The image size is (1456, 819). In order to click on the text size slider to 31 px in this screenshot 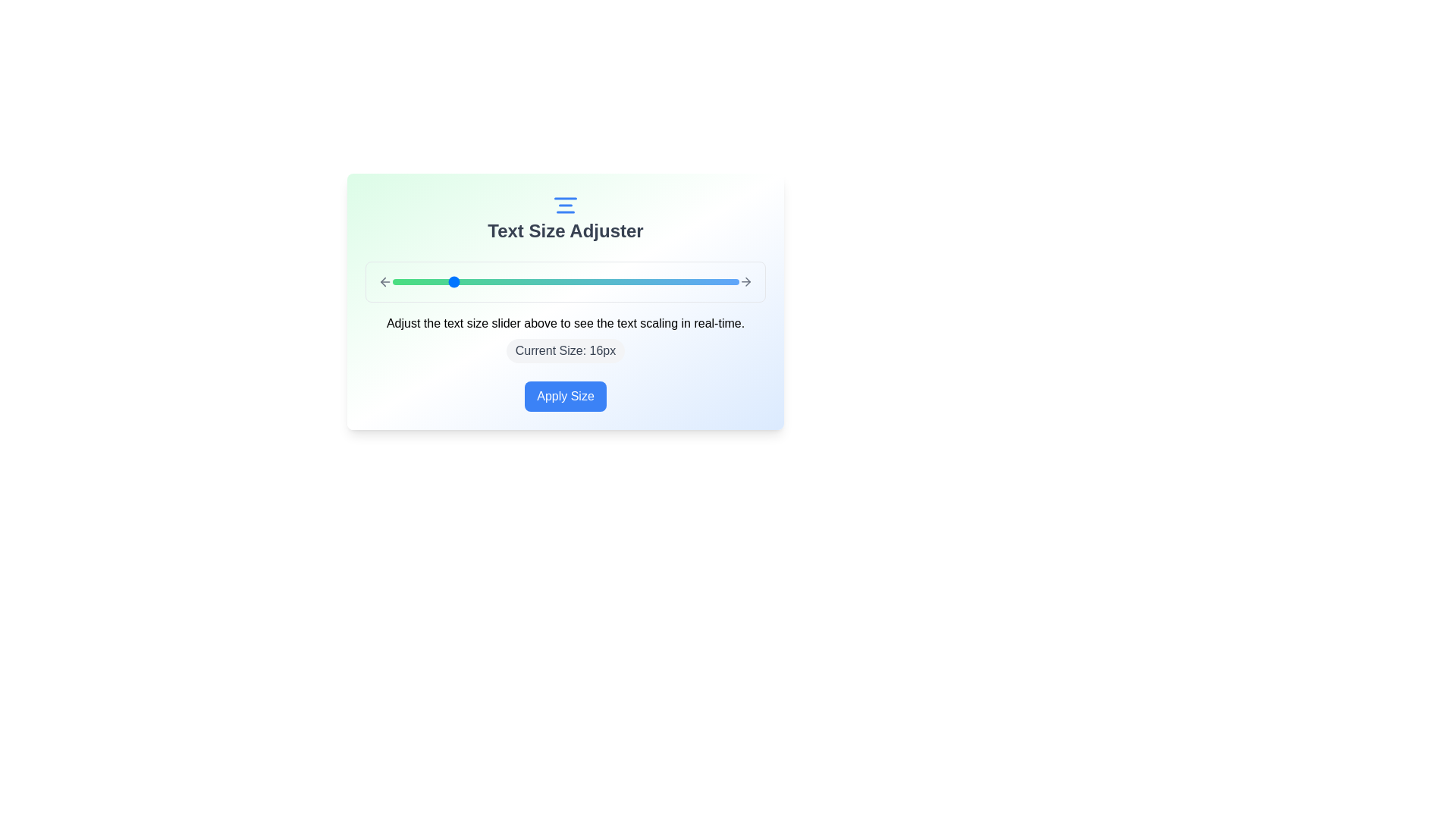, I will do `click(667, 281)`.